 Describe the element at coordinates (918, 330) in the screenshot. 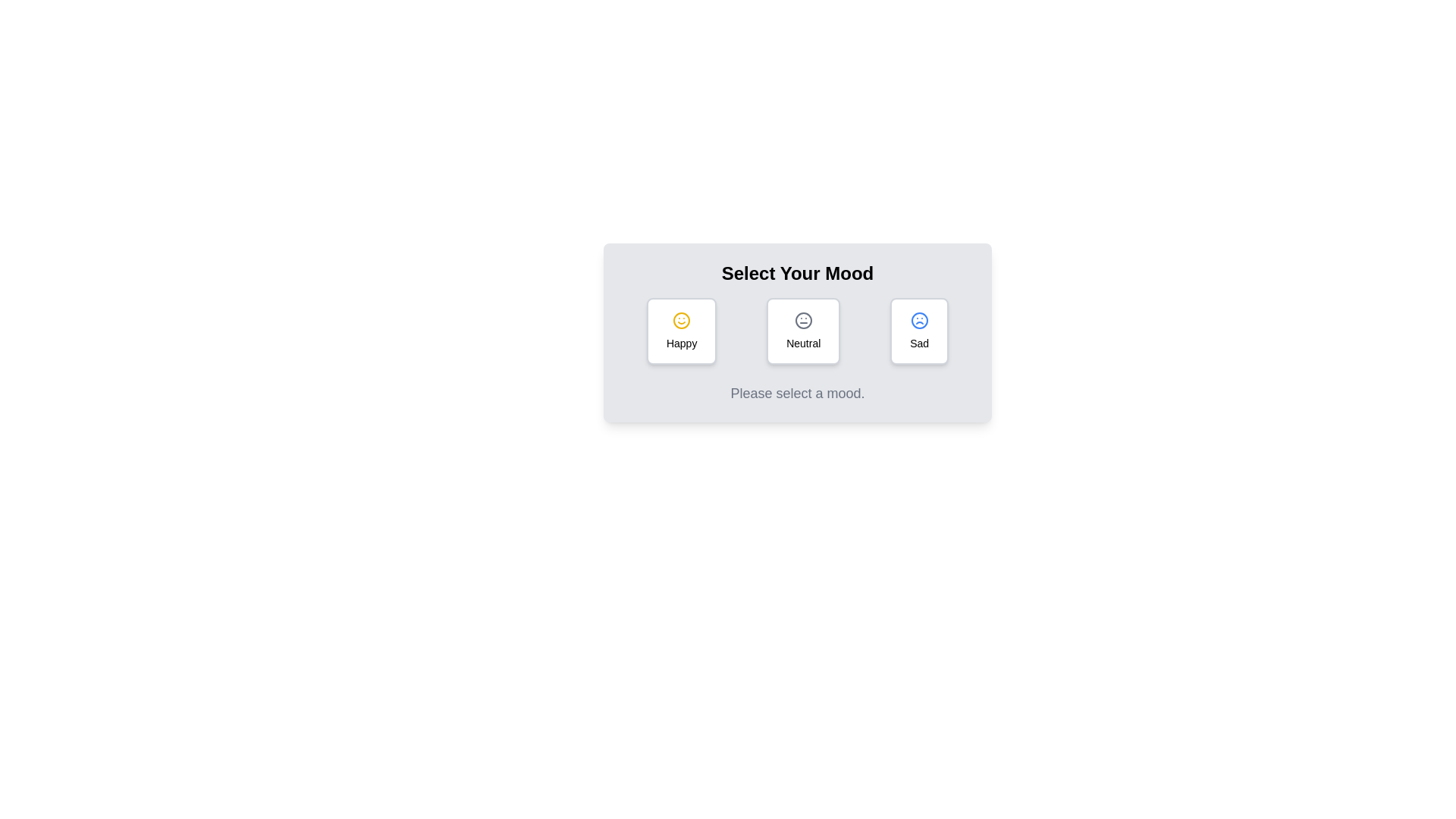

I see `the 'Sad' button featuring a blue sad face icon` at that location.